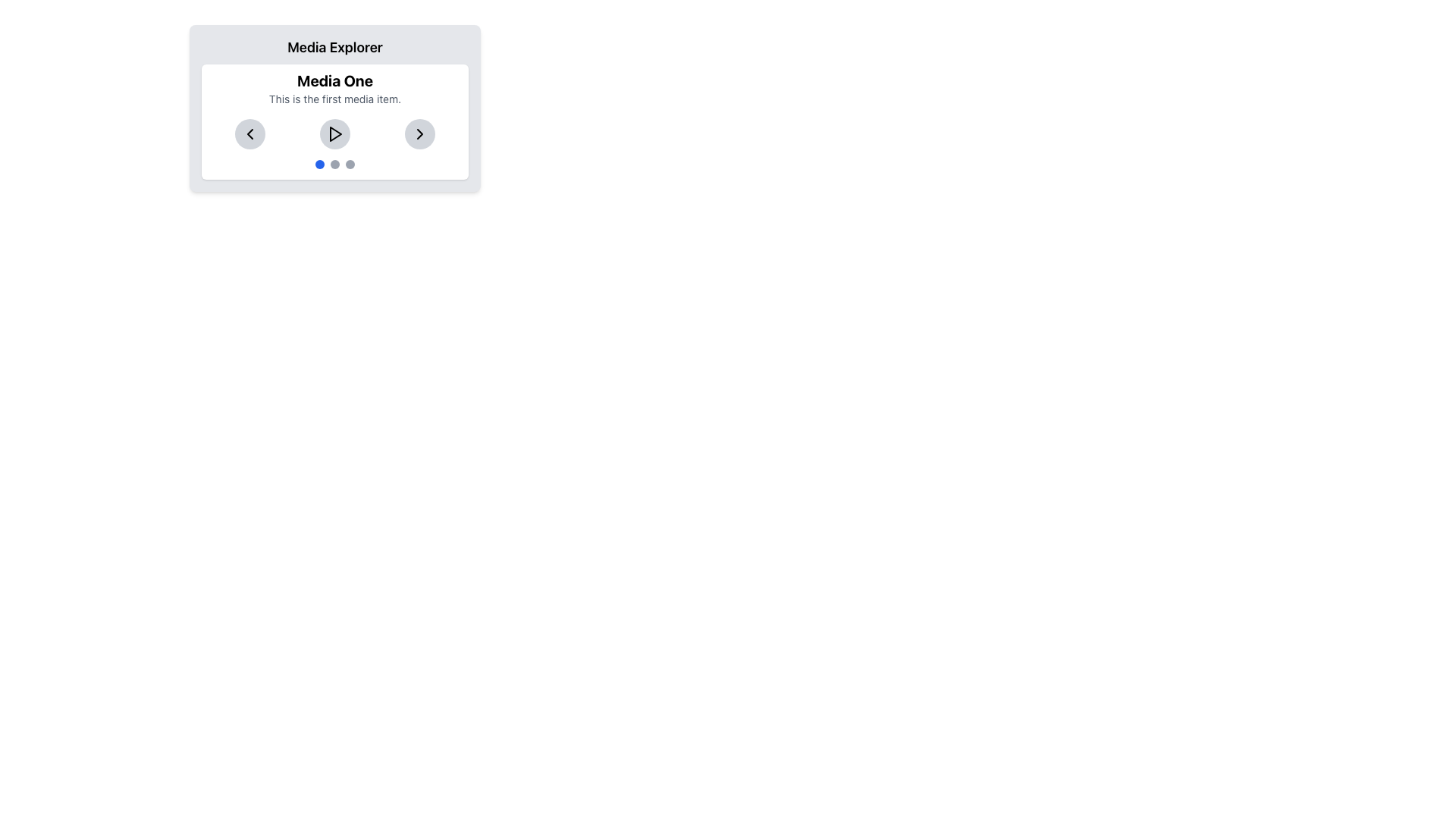 The height and width of the screenshot is (819, 1456). Describe the element at coordinates (334, 164) in the screenshot. I see `the second round button in the 'Media Explorer' interface` at that location.